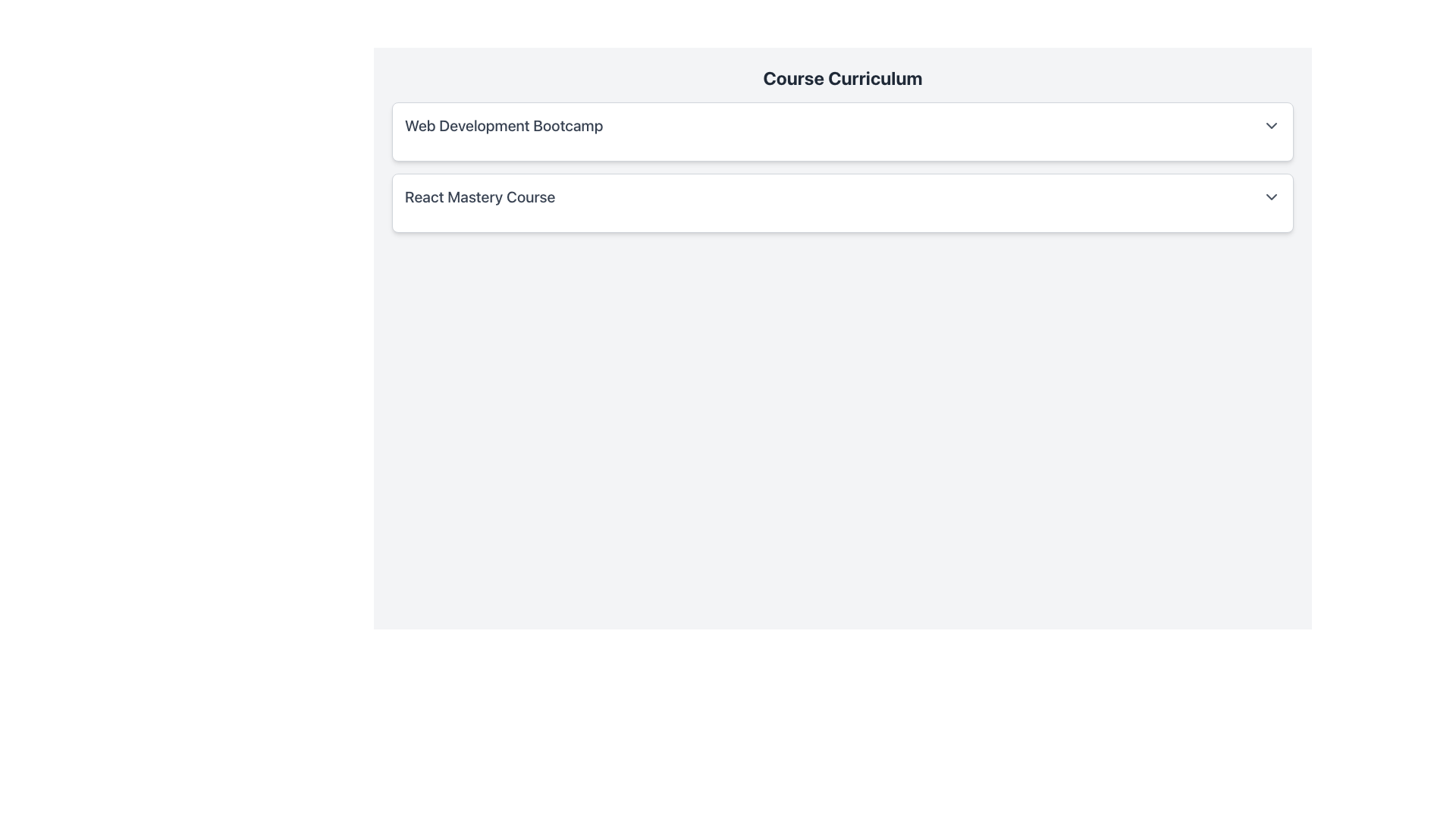 The width and height of the screenshot is (1456, 819). I want to click on the downward-pointing chevron icon located at the far right of the 'React Mastery Course' label, so click(1271, 196).